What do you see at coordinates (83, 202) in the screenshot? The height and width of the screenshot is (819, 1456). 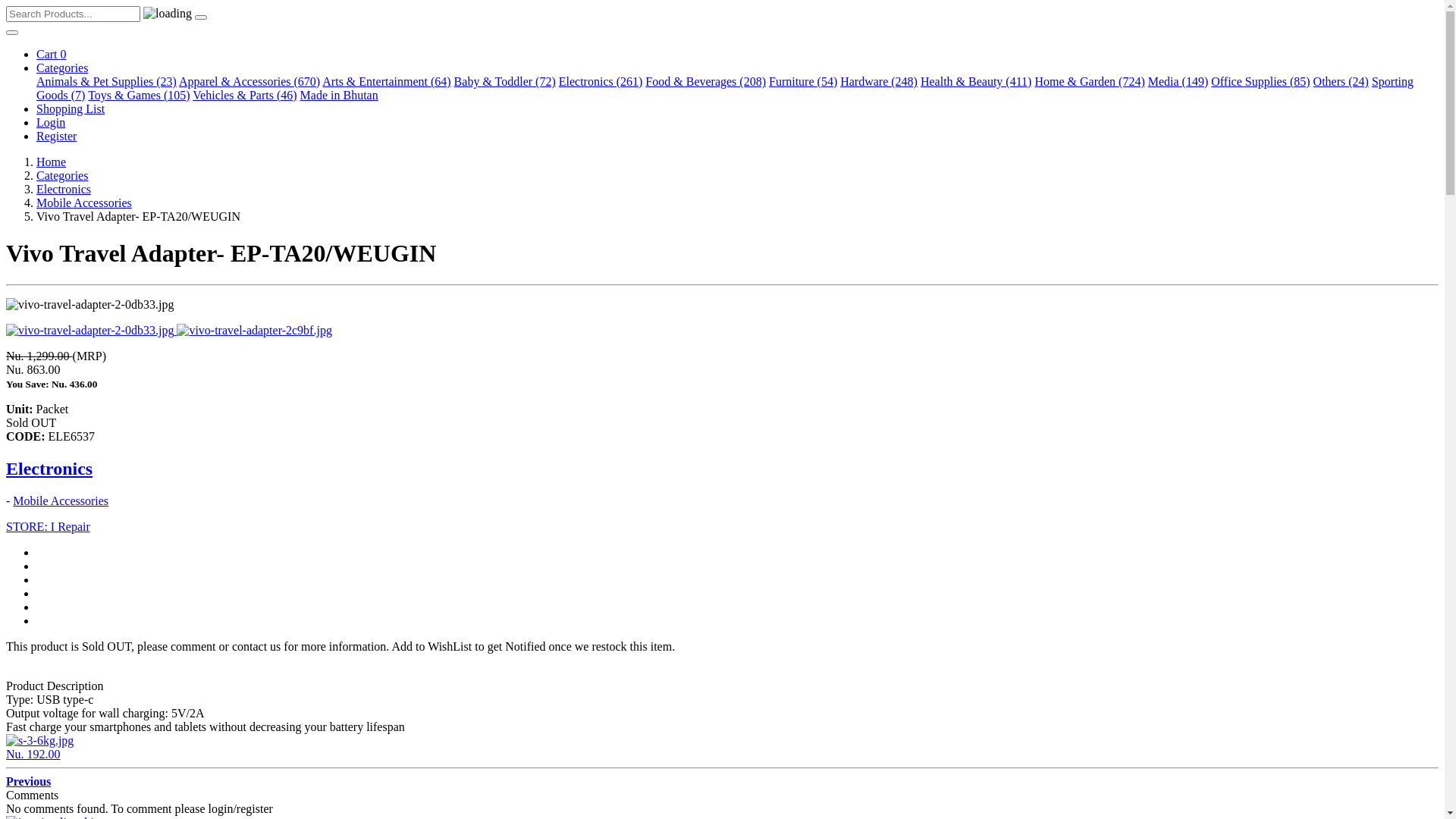 I see `'Mobile Accessories'` at bounding box center [83, 202].